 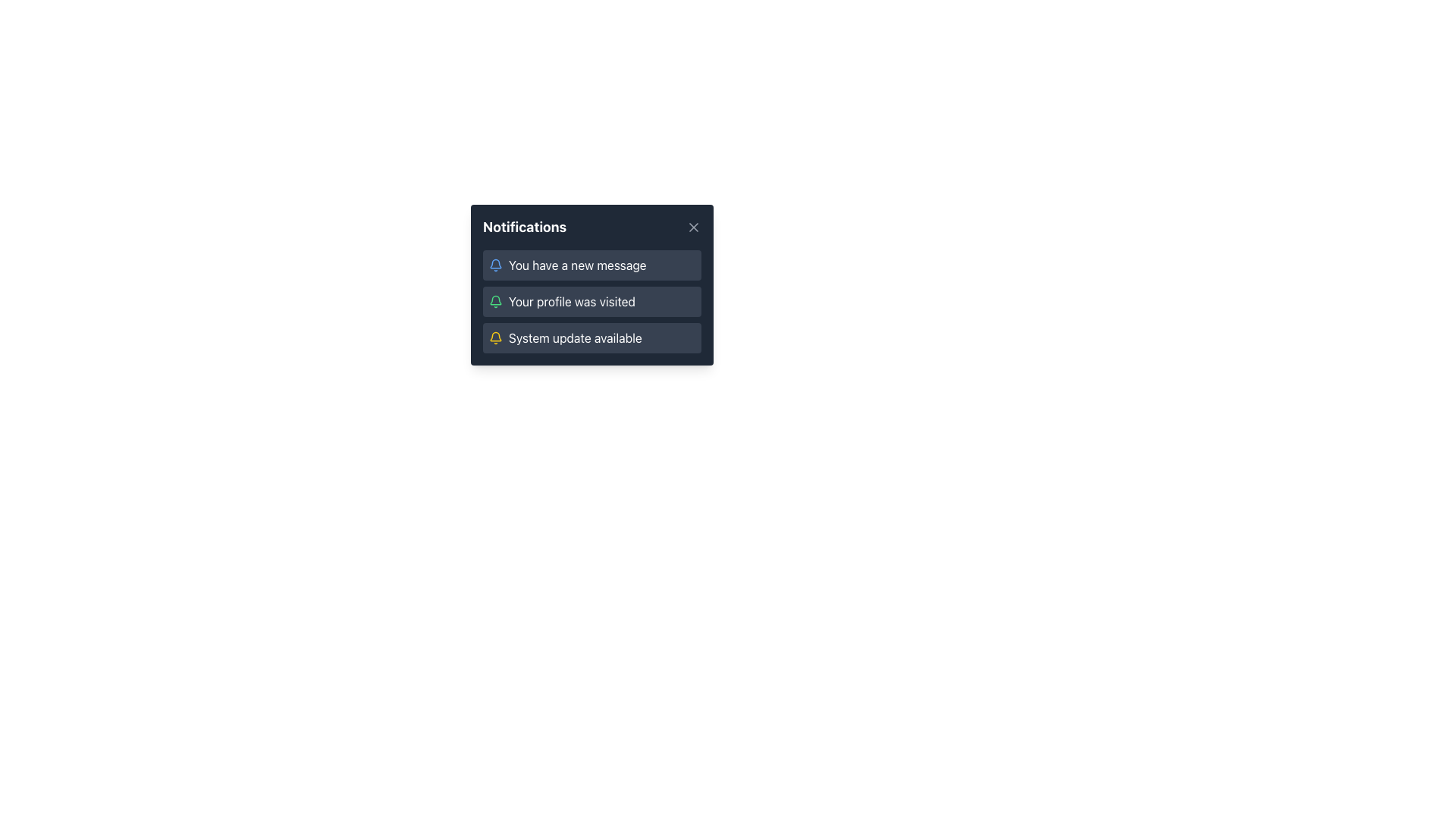 I want to click on the close button represented by an 'X' icon in the upper-right corner of the 'Notifications' modal, so click(x=693, y=227).